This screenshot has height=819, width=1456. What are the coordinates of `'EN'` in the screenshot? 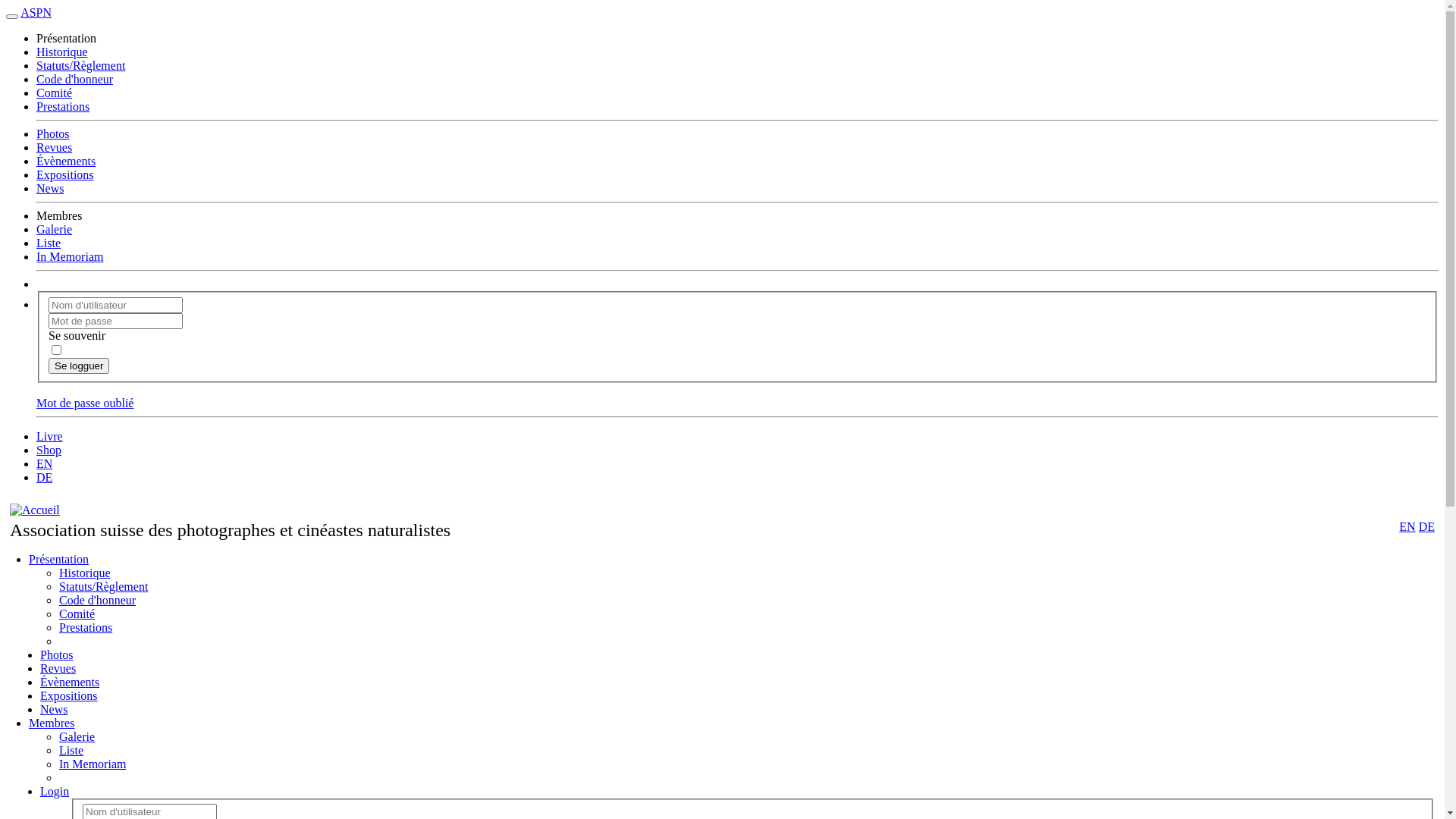 It's located at (1398, 526).